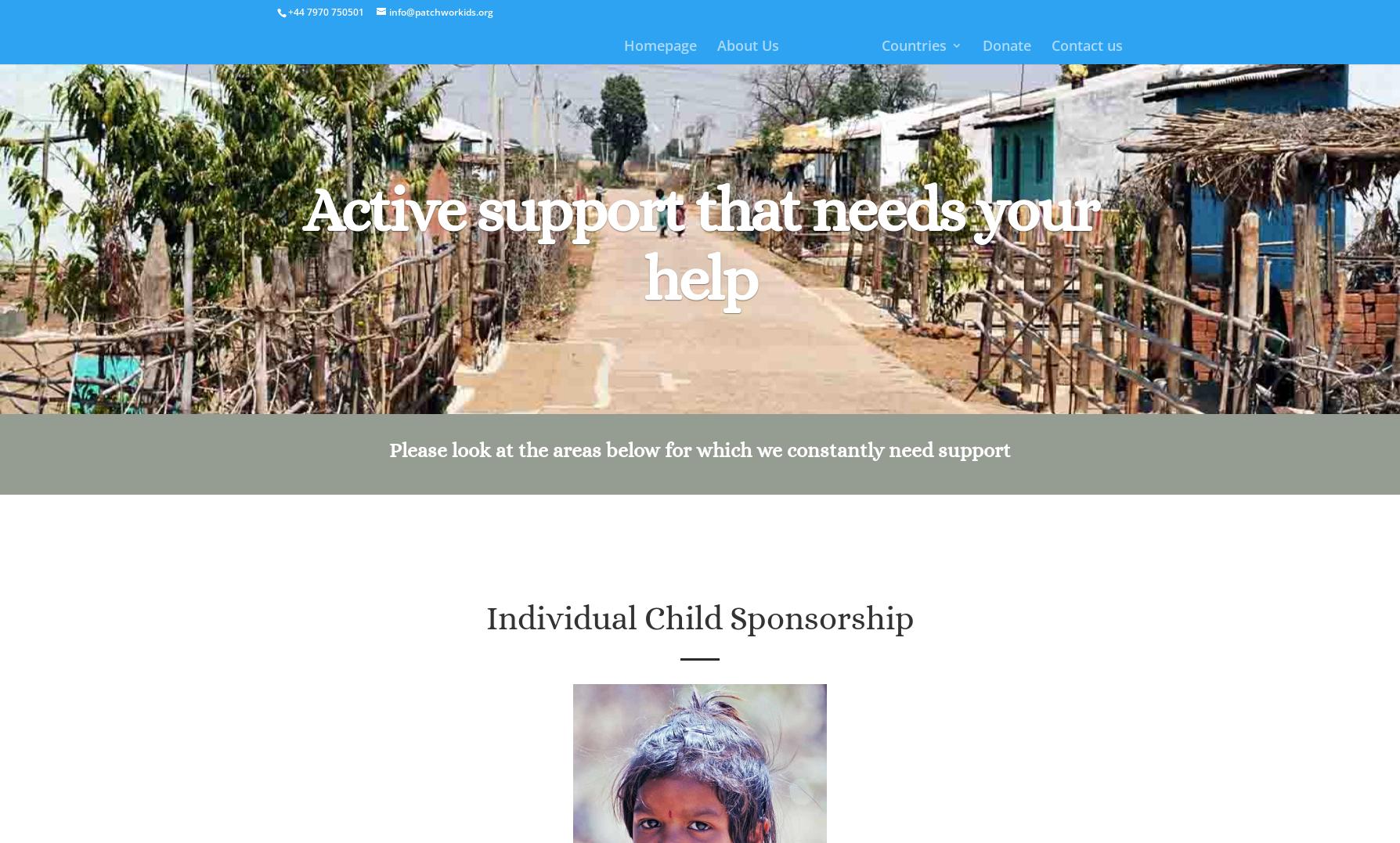 This screenshot has width=1400, height=843. Describe the element at coordinates (911, 157) in the screenshot. I see `'Uganda'` at that location.